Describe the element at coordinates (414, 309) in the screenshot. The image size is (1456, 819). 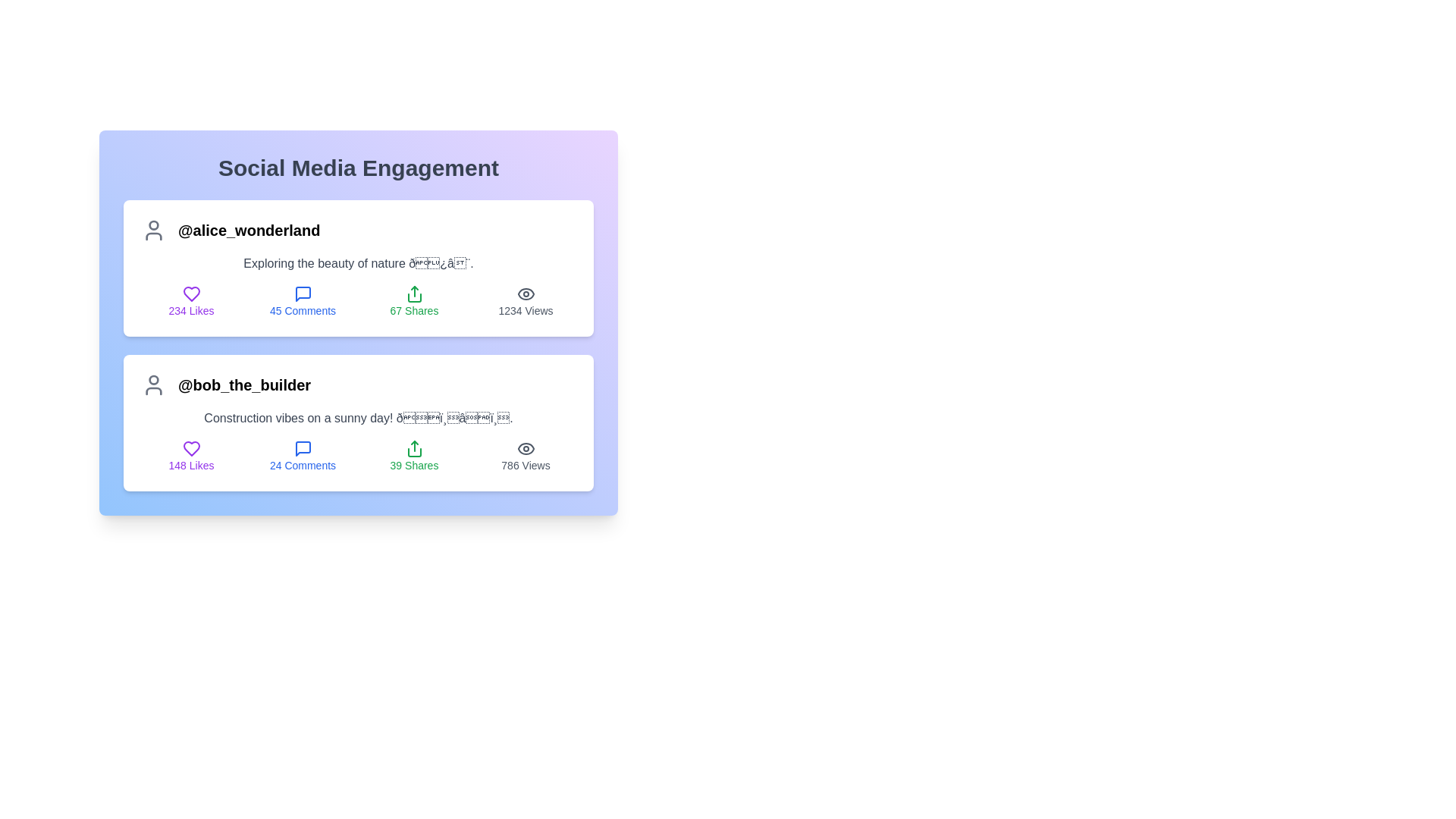
I see `the informational text label displaying the share count for the post by '@alice_wonderland', located below the share icon and between '45 Comments' and '1234 Views'` at that location.